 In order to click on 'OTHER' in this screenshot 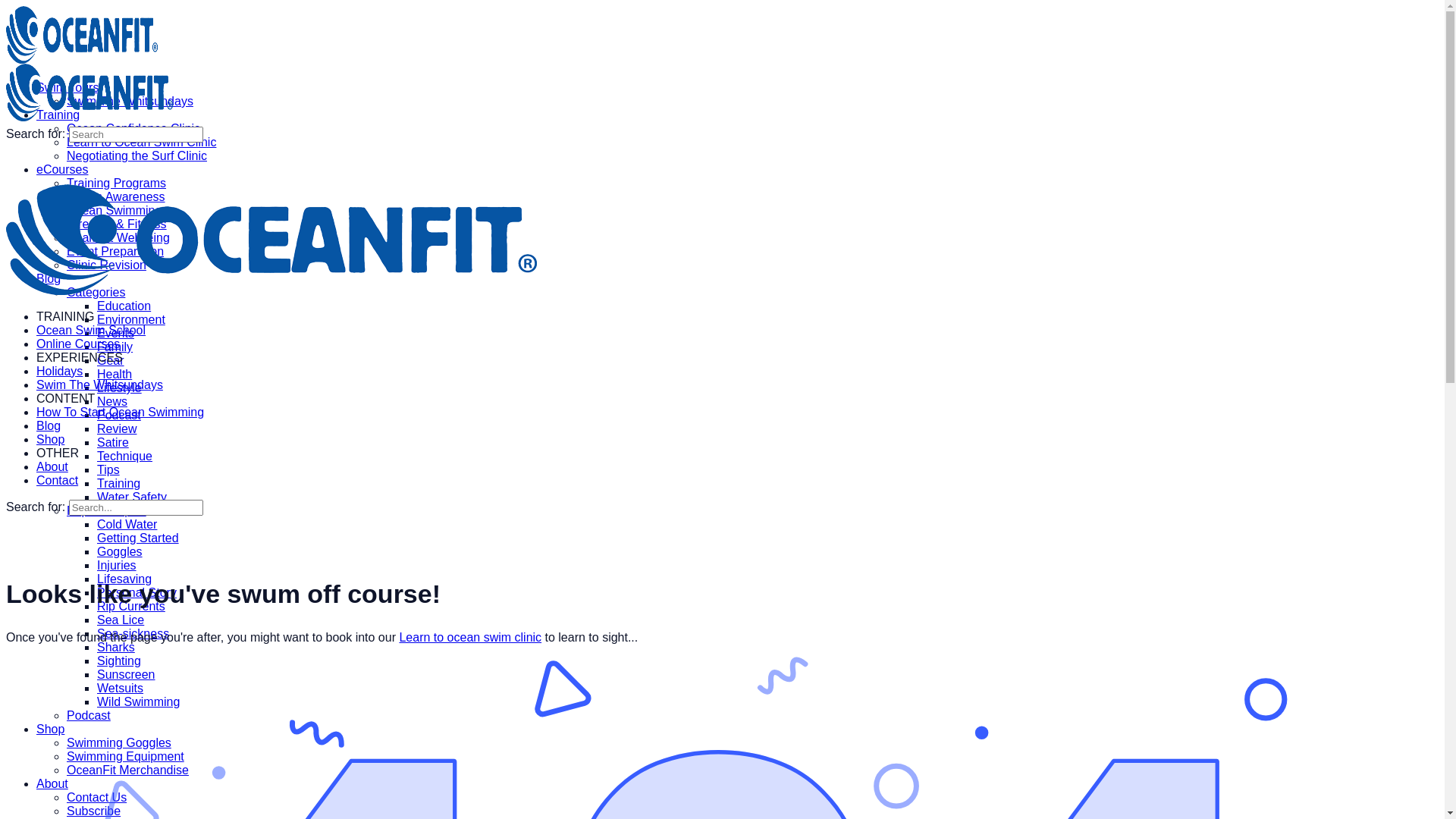, I will do `click(58, 452)`.